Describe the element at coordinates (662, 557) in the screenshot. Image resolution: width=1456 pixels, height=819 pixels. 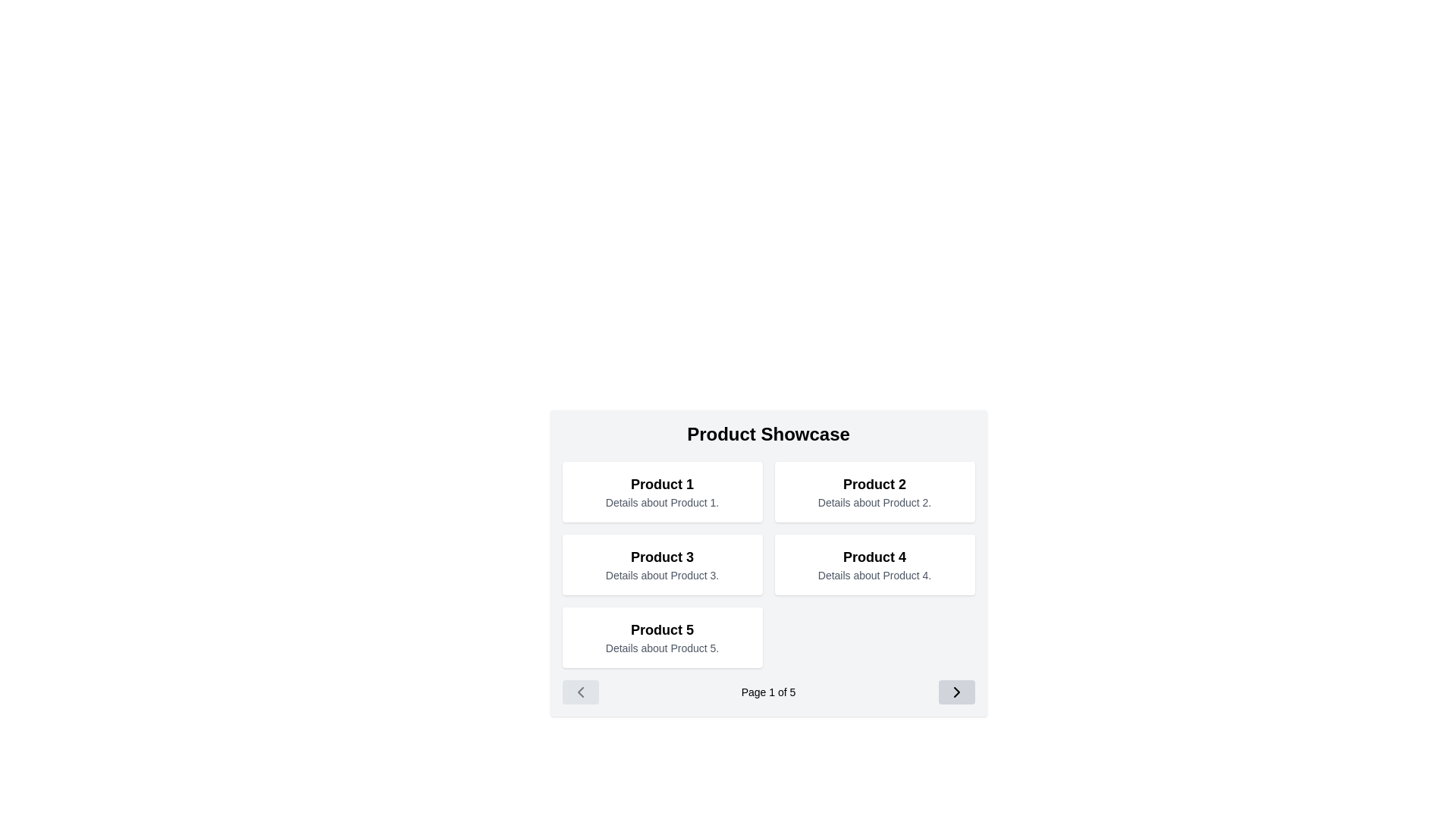
I see `text content of the label displaying 'Product 3', which is a prominent heading in bold black font against a white background, located in the middle of the second row of the product grid` at that location.